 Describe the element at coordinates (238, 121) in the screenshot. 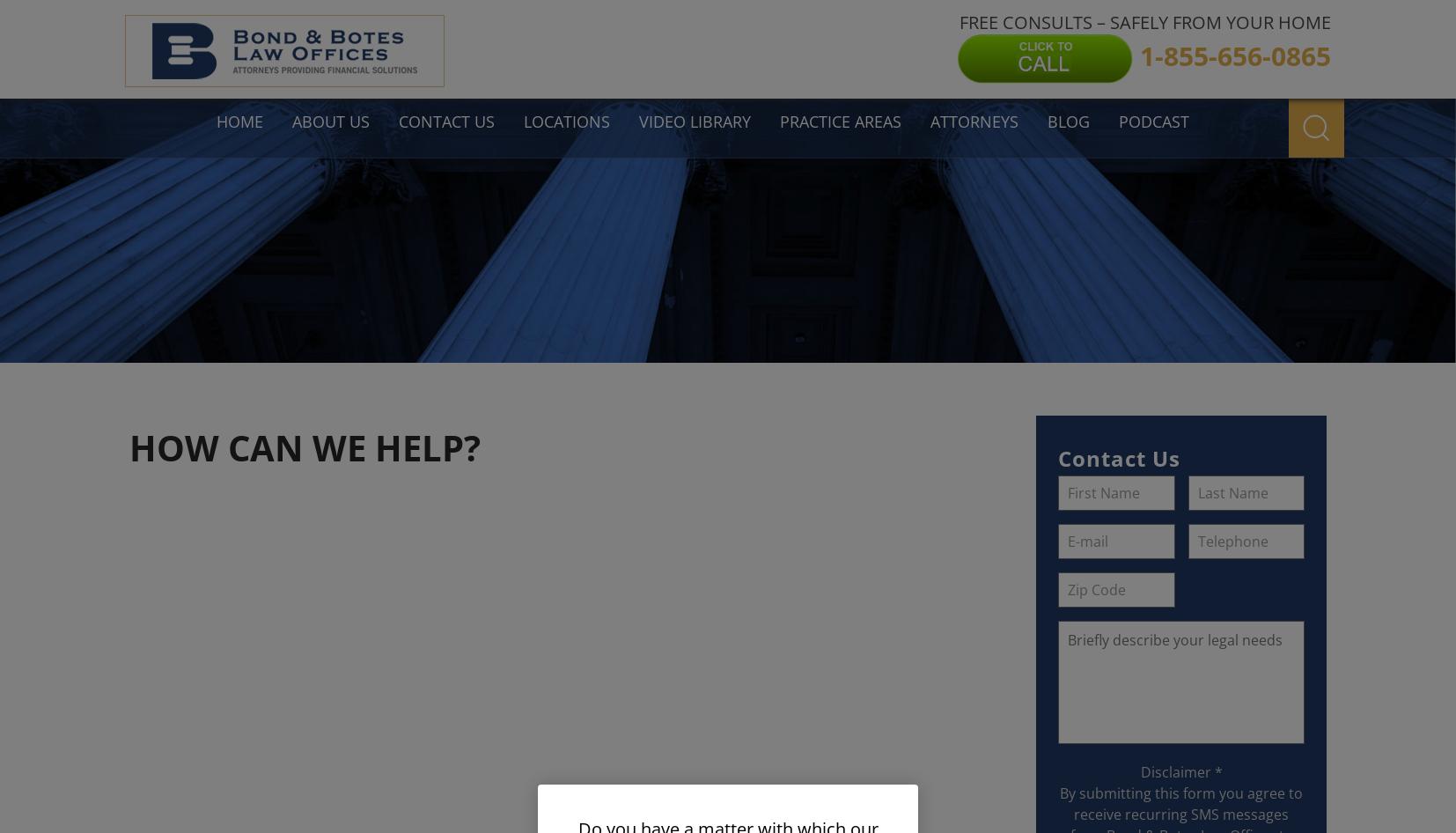

I see `'Home'` at that location.